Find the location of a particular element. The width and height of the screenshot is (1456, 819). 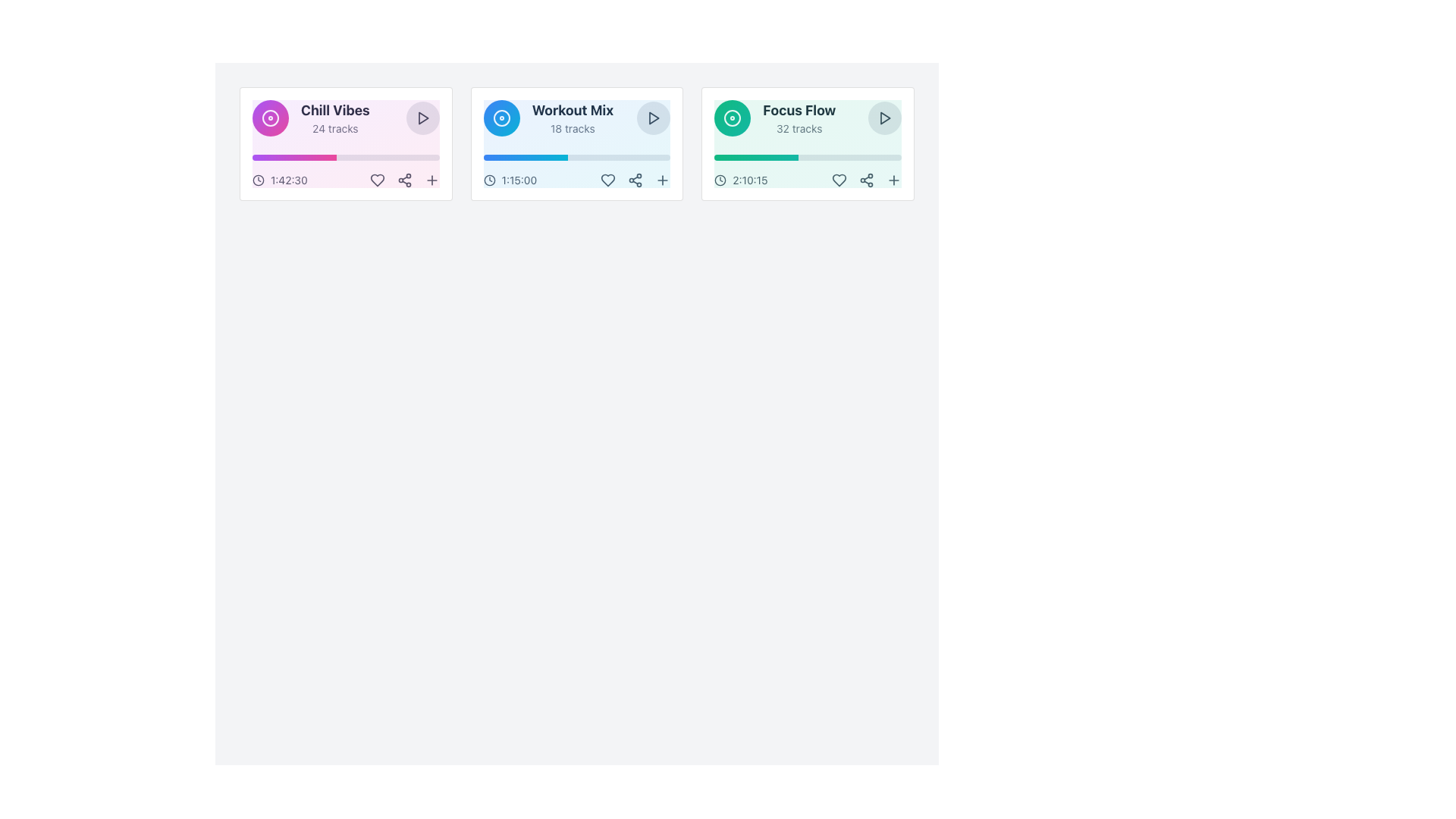

time duration displayed in the Text with icon component located below the title 'Workout Mix' and above the row with heart and share icons in the second card of three horizontally aligned cards is located at coordinates (510, 180).